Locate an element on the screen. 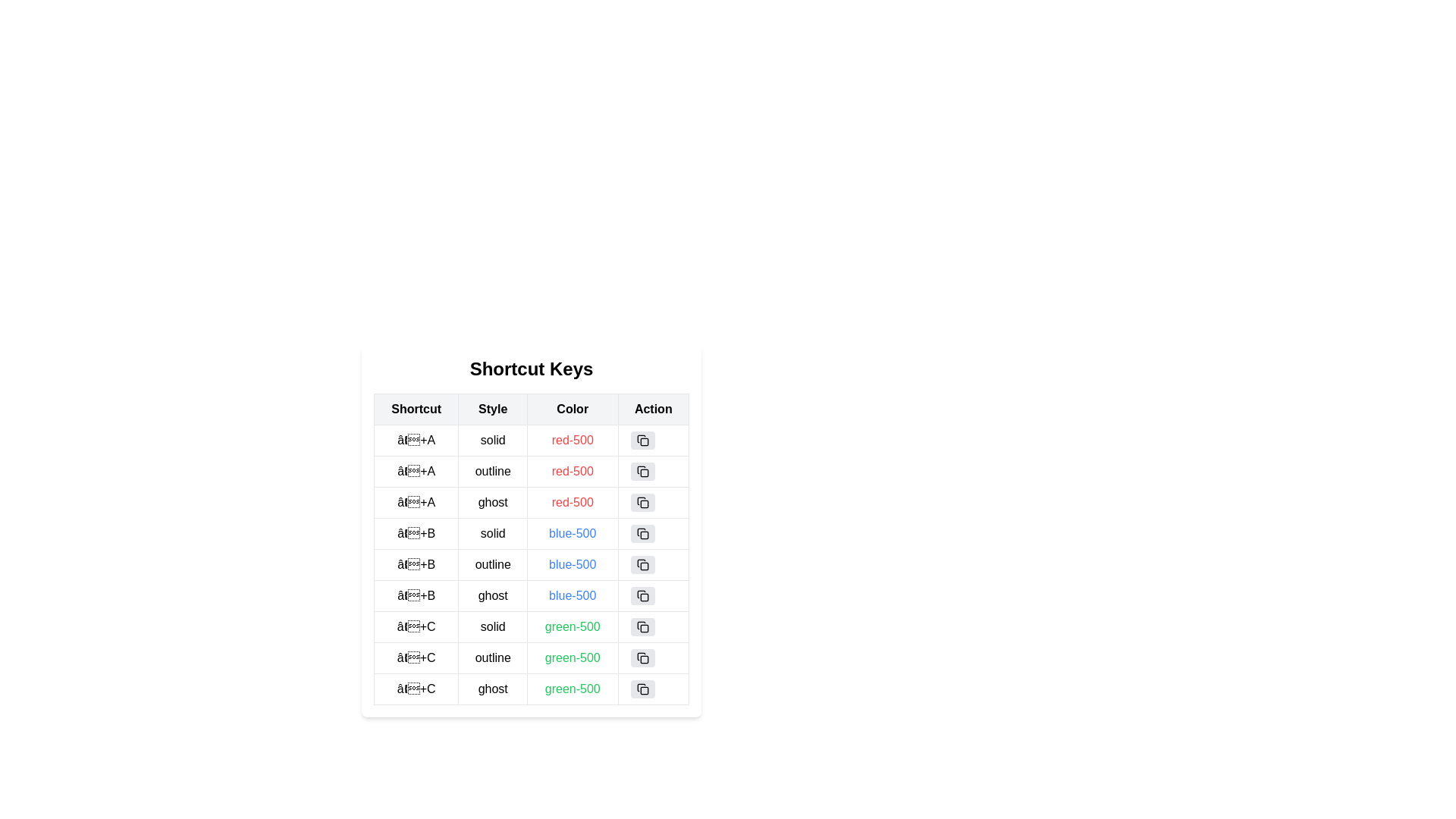  the Text indicator that represents the keyboard shortcut for the 'outline' style located in the 'Shortcut' column of the 'Shortcut Keys' table, which also has 'green-500' in the 'Color' column is located at coordinates (416, 657).